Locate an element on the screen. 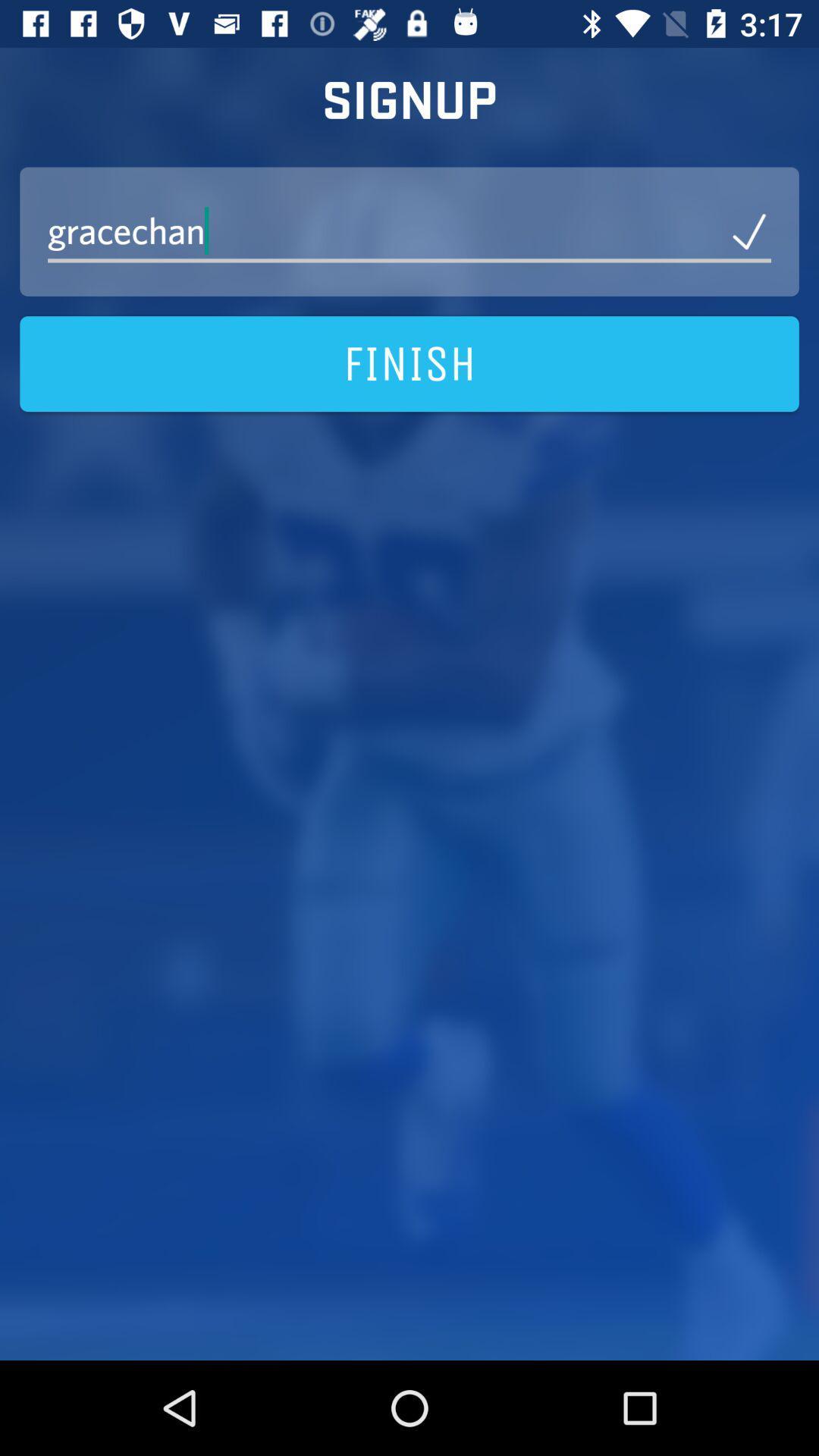 The height and width of the screenshot is (1456, 819). finish icon is located at coordinates (409, 364).